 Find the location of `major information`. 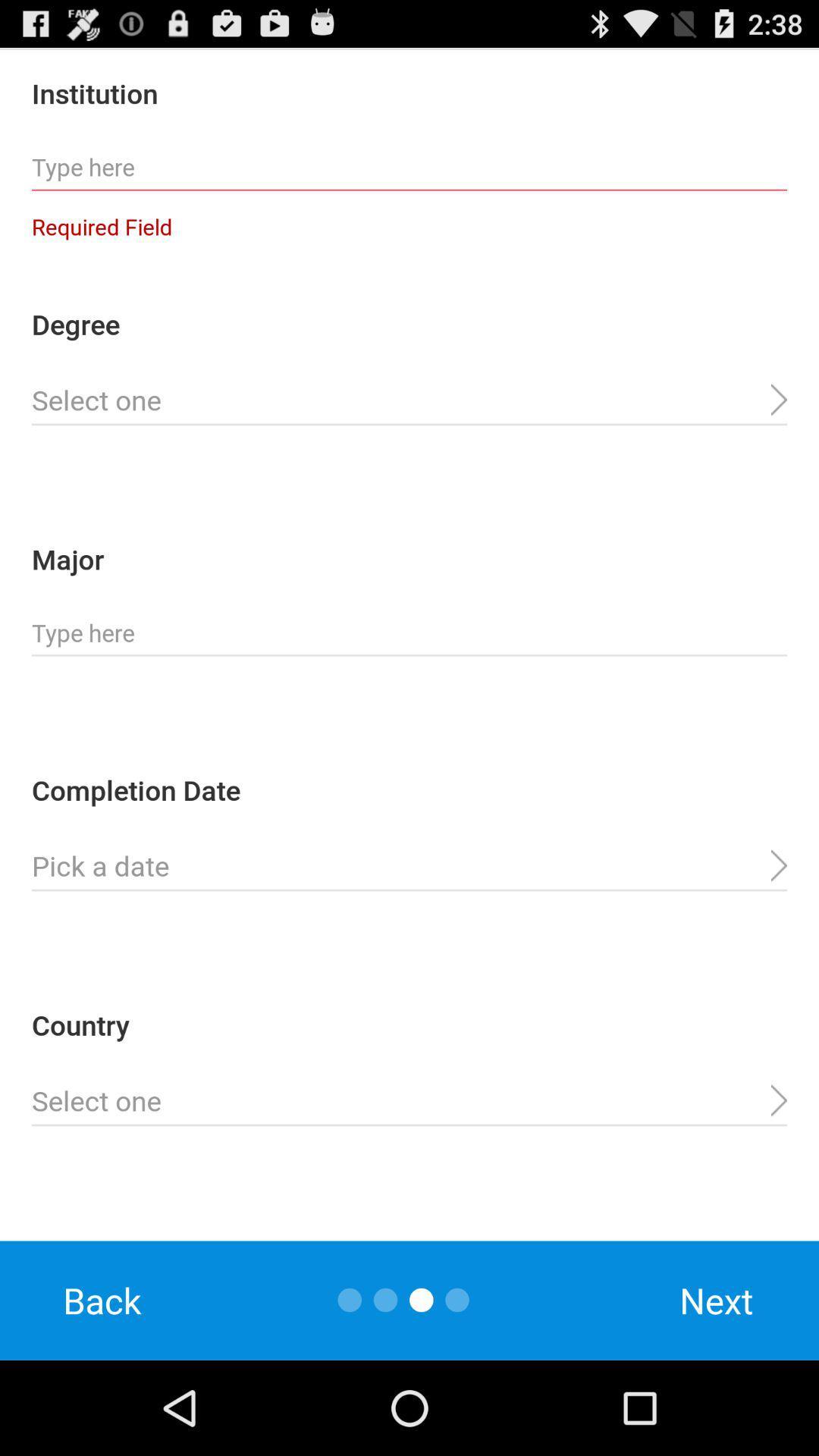

major information is located at coordinates (409, 633).